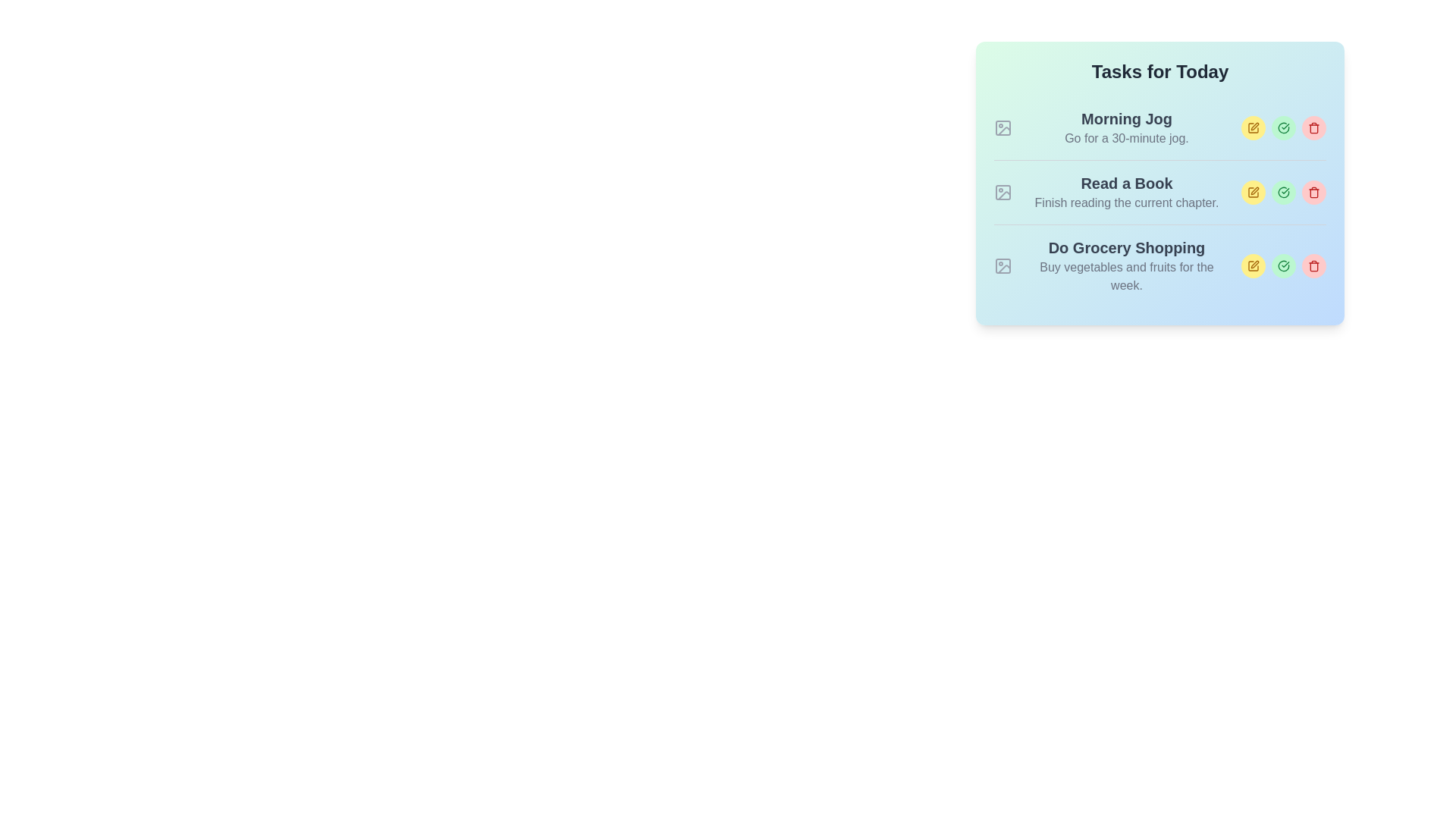 This screenshot has width=1456, height=819. What do you see at coordinates (1253, 192) in the screenshot?
I see `the edit button icon (a pen within a yellow circular button) located on the right side of the 'Read a Book' task in the 'Tasks for Today' section` at bounding box center [1253, 192].